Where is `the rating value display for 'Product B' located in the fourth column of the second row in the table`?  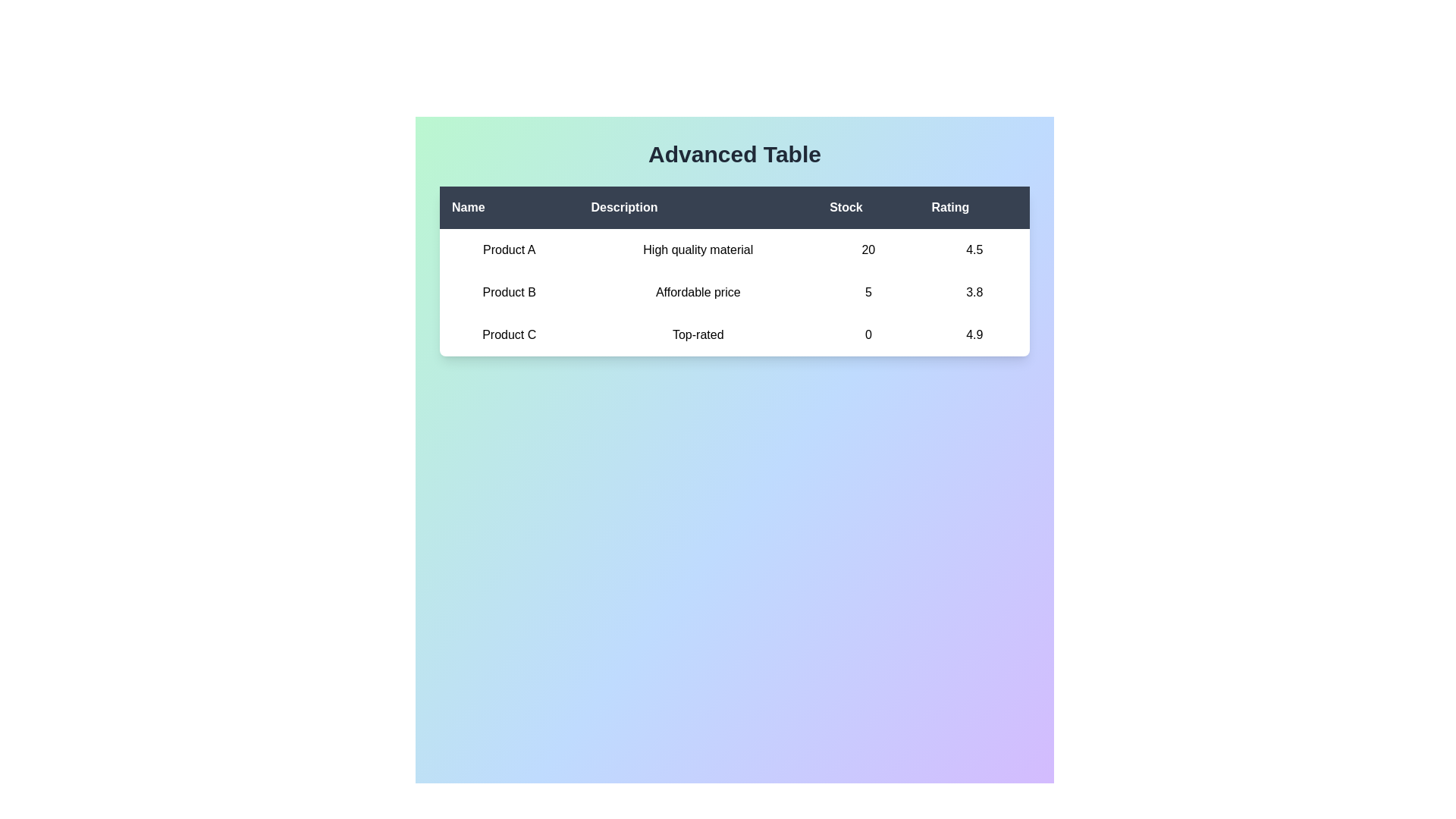
the rating value display for 'Product B' located in the fourth column of the second row in the table is located at coordinates (974, 292).